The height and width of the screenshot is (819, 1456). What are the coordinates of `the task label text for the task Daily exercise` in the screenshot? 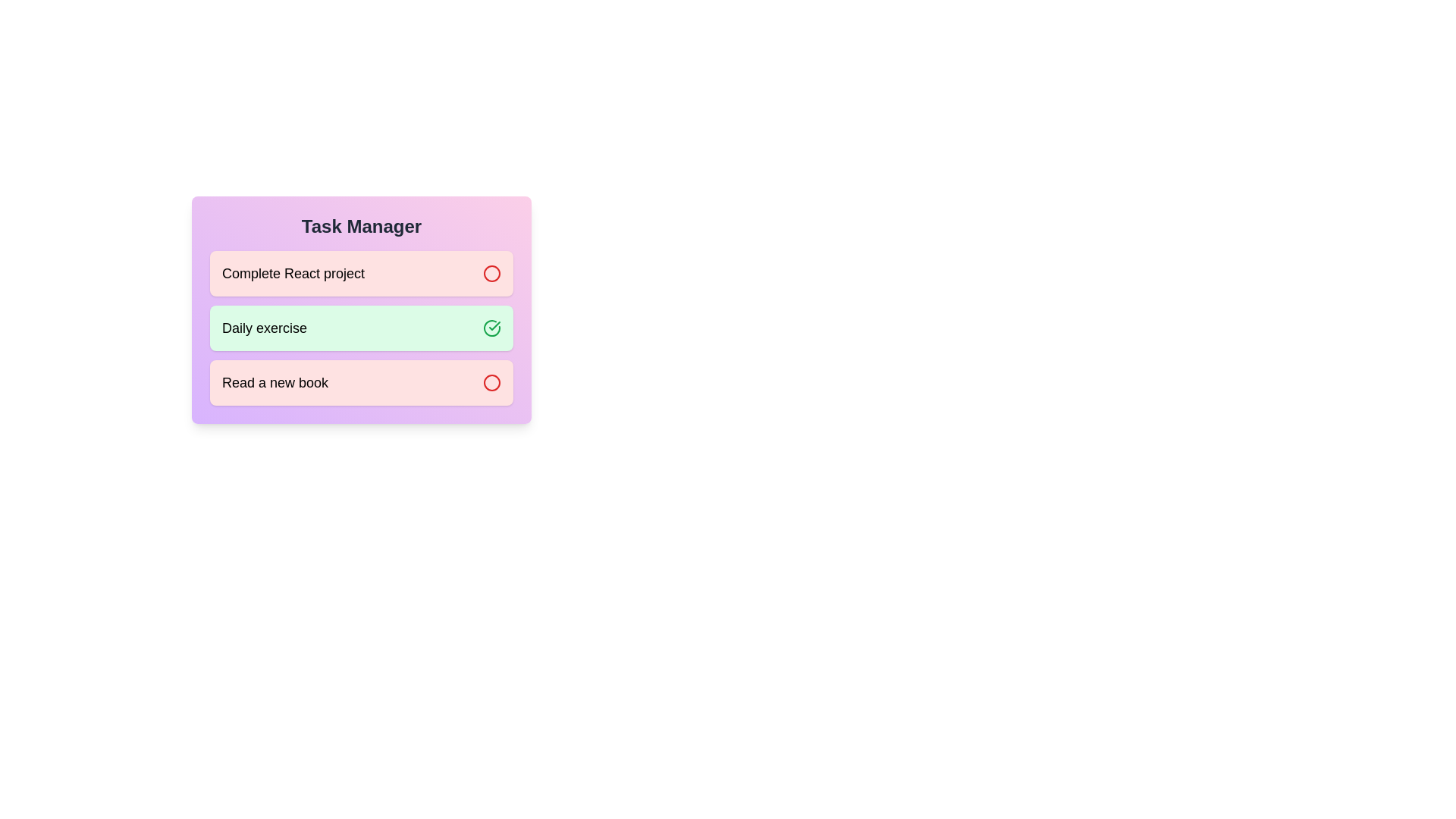 It's located at (265, 327).